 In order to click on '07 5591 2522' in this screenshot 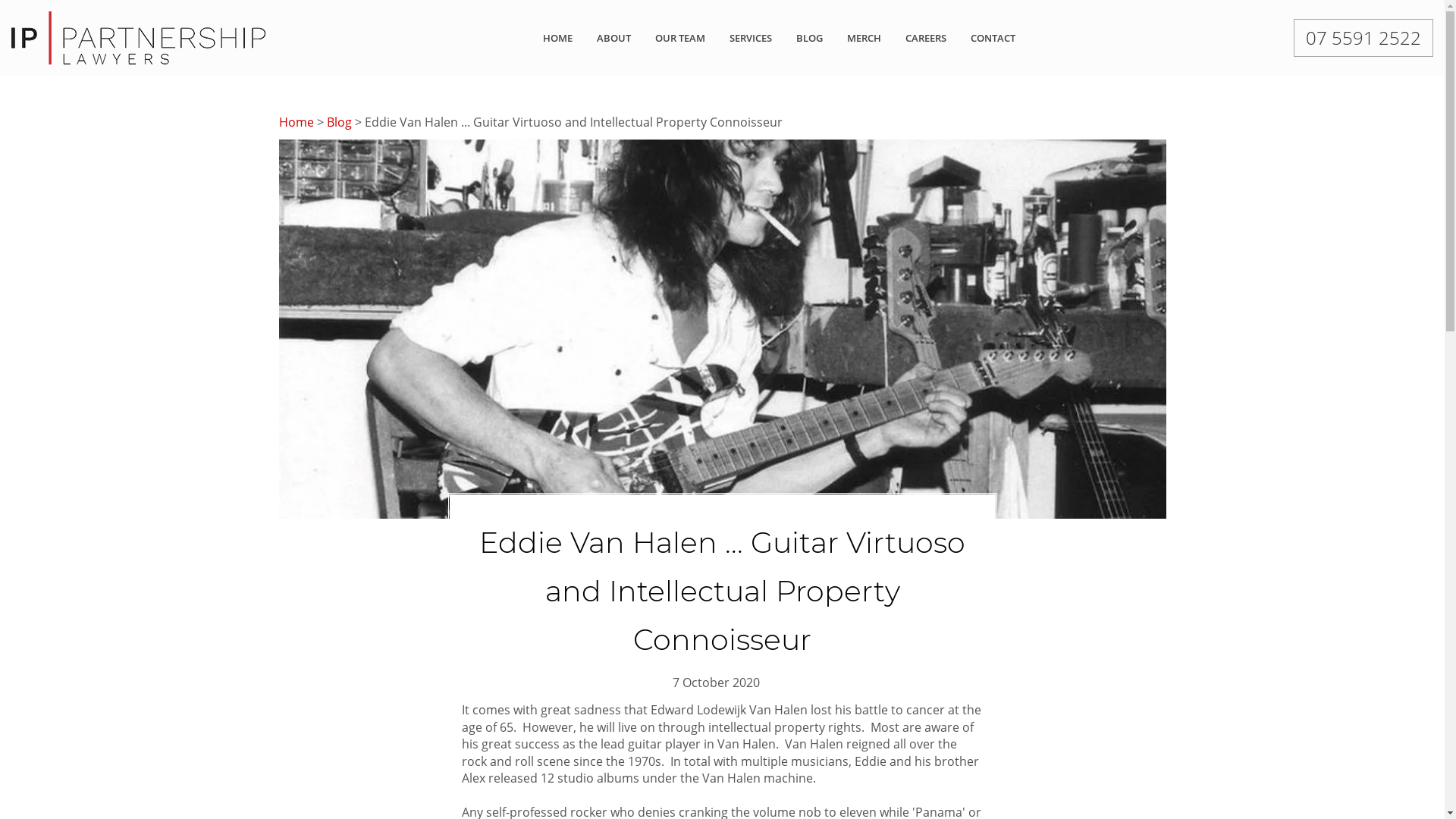, I will do `click(1363, 37)`.